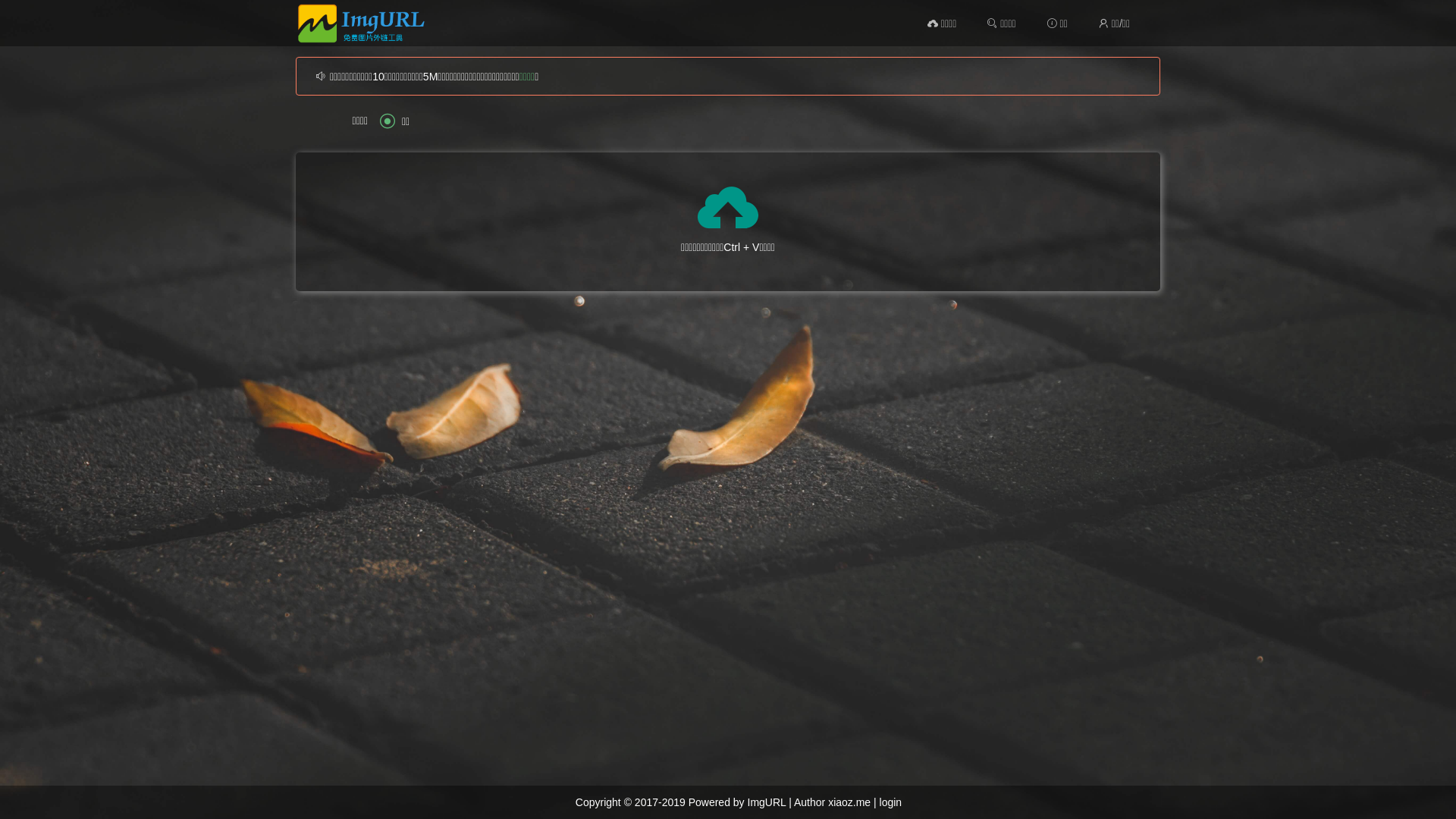 Image resolution: width=1456 pixels, height=819 pixels. What do you see at coordinates (848, 801) in the screenshot?
I see `'xiaoz.me'` at bounding box center [848, 801].